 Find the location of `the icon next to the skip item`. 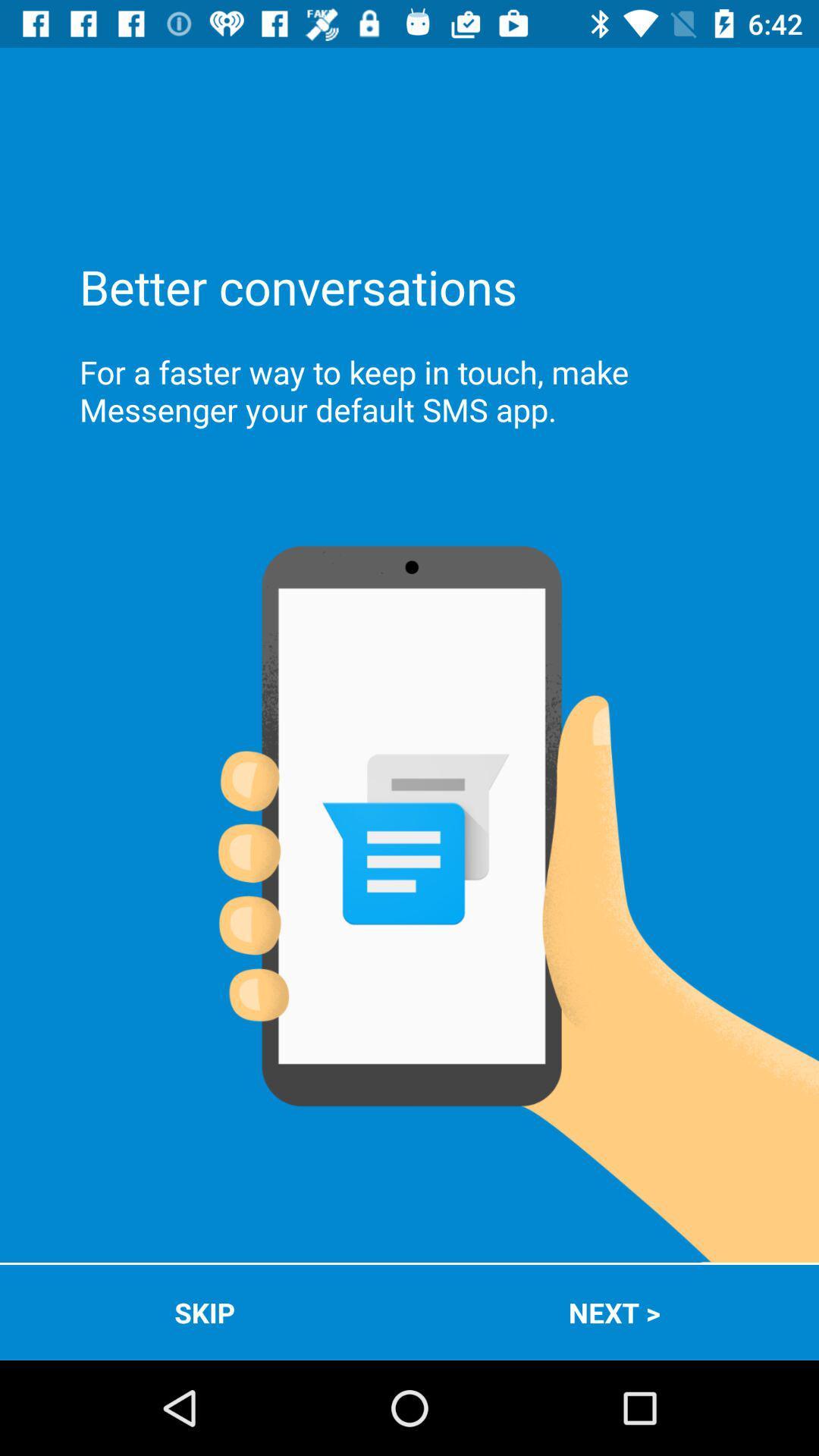

the icon next to the skip item is located at coordinates (614, 1312).